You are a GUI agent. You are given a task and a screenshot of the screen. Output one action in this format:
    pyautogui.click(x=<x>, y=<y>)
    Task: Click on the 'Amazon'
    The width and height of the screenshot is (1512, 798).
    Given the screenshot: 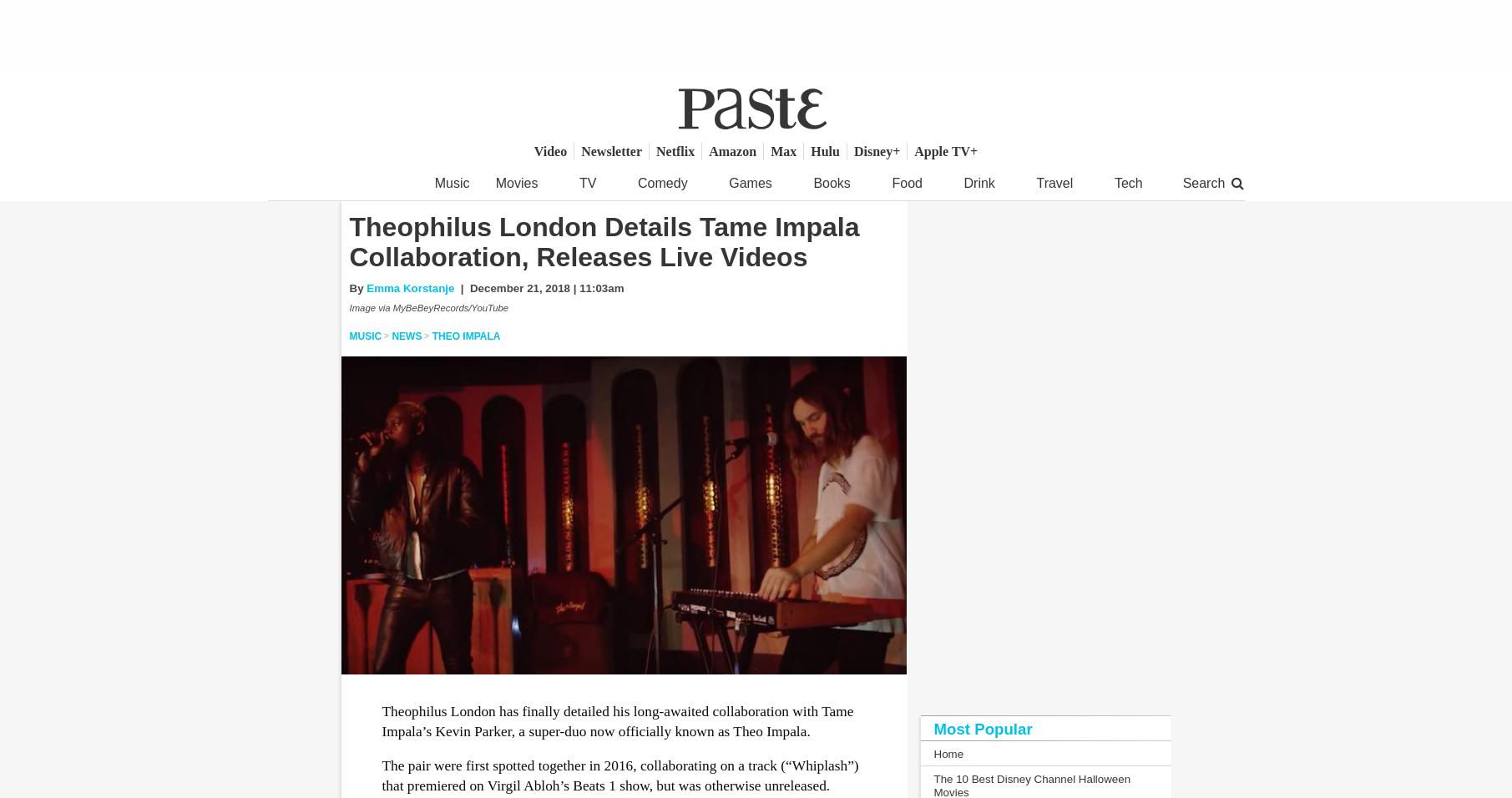 What is the action you would take?
    pyautogui.click(x=708, y=151)
    